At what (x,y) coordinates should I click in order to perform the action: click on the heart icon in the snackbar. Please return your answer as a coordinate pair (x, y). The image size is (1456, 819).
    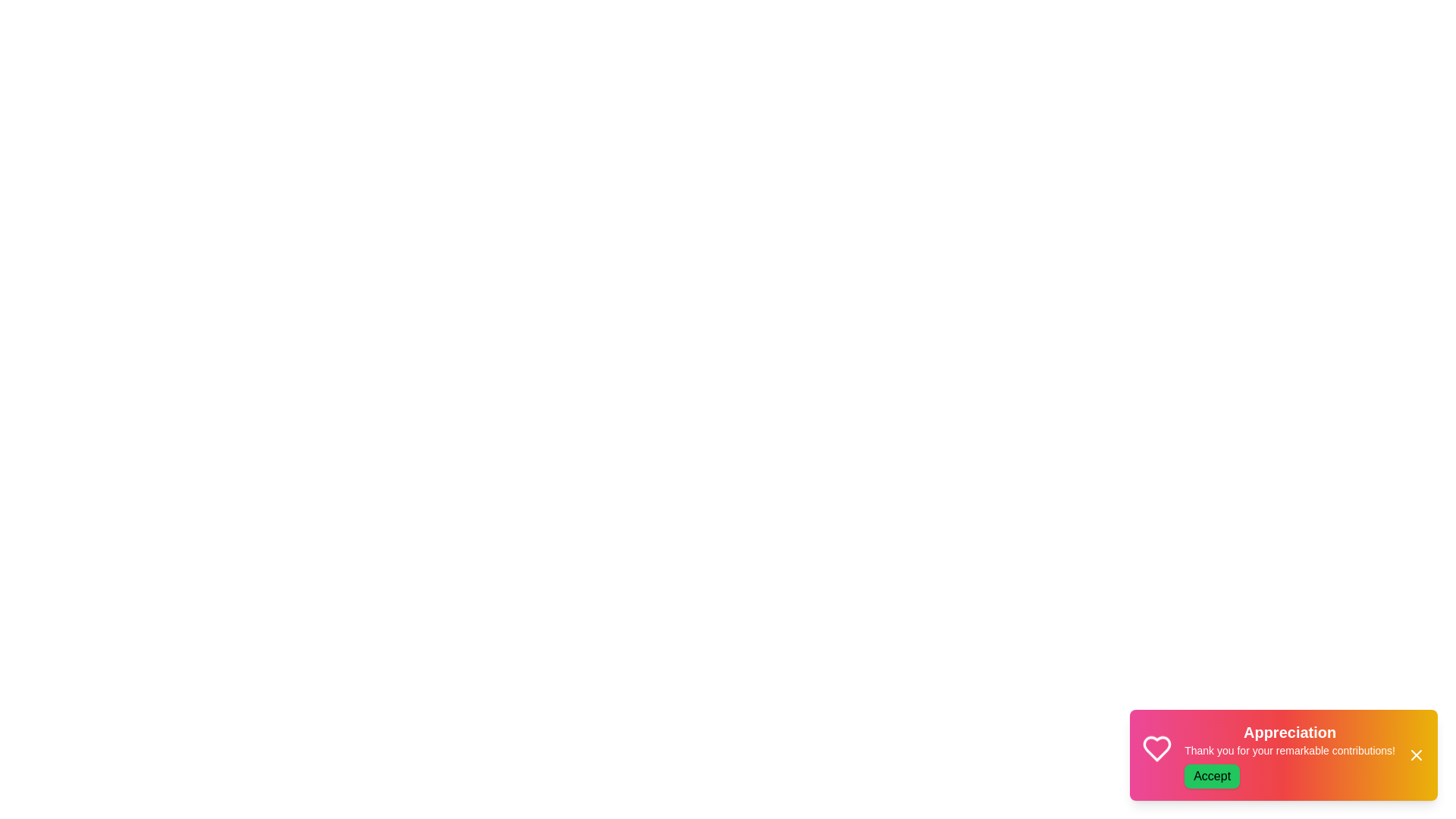
    Looking at the image, I should click on (1156, 752).